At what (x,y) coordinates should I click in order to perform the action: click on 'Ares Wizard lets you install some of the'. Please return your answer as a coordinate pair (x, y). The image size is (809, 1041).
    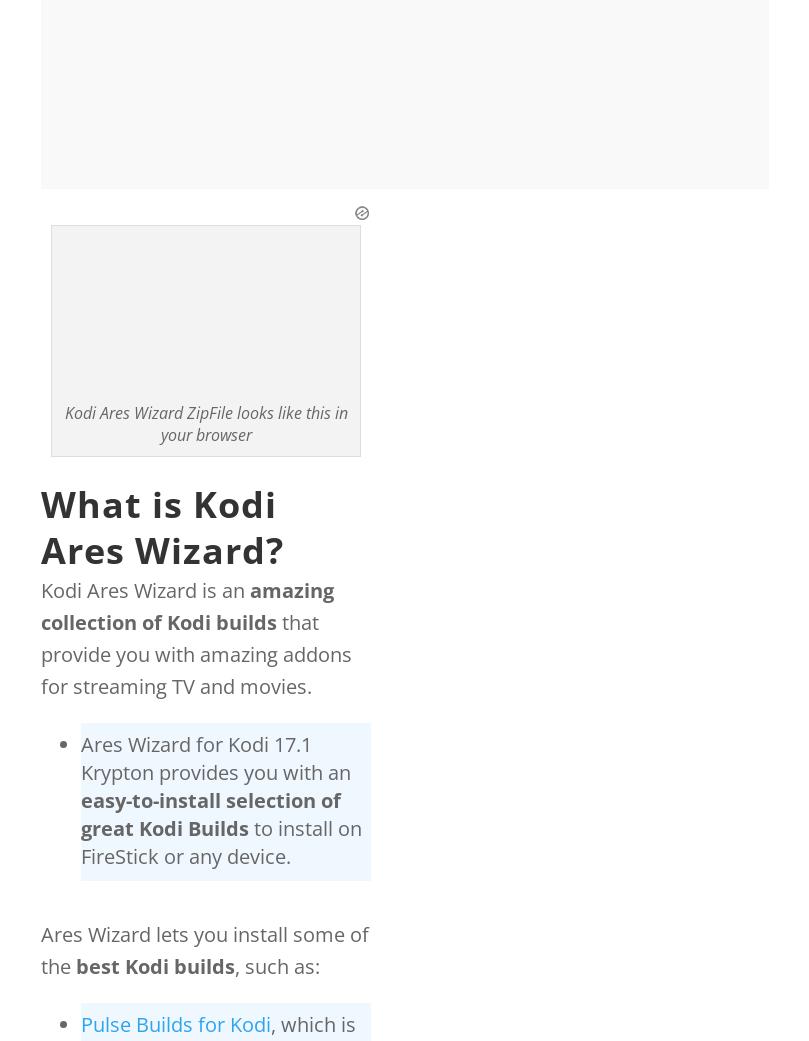
    Looking at the image, I should click on (204, 950).